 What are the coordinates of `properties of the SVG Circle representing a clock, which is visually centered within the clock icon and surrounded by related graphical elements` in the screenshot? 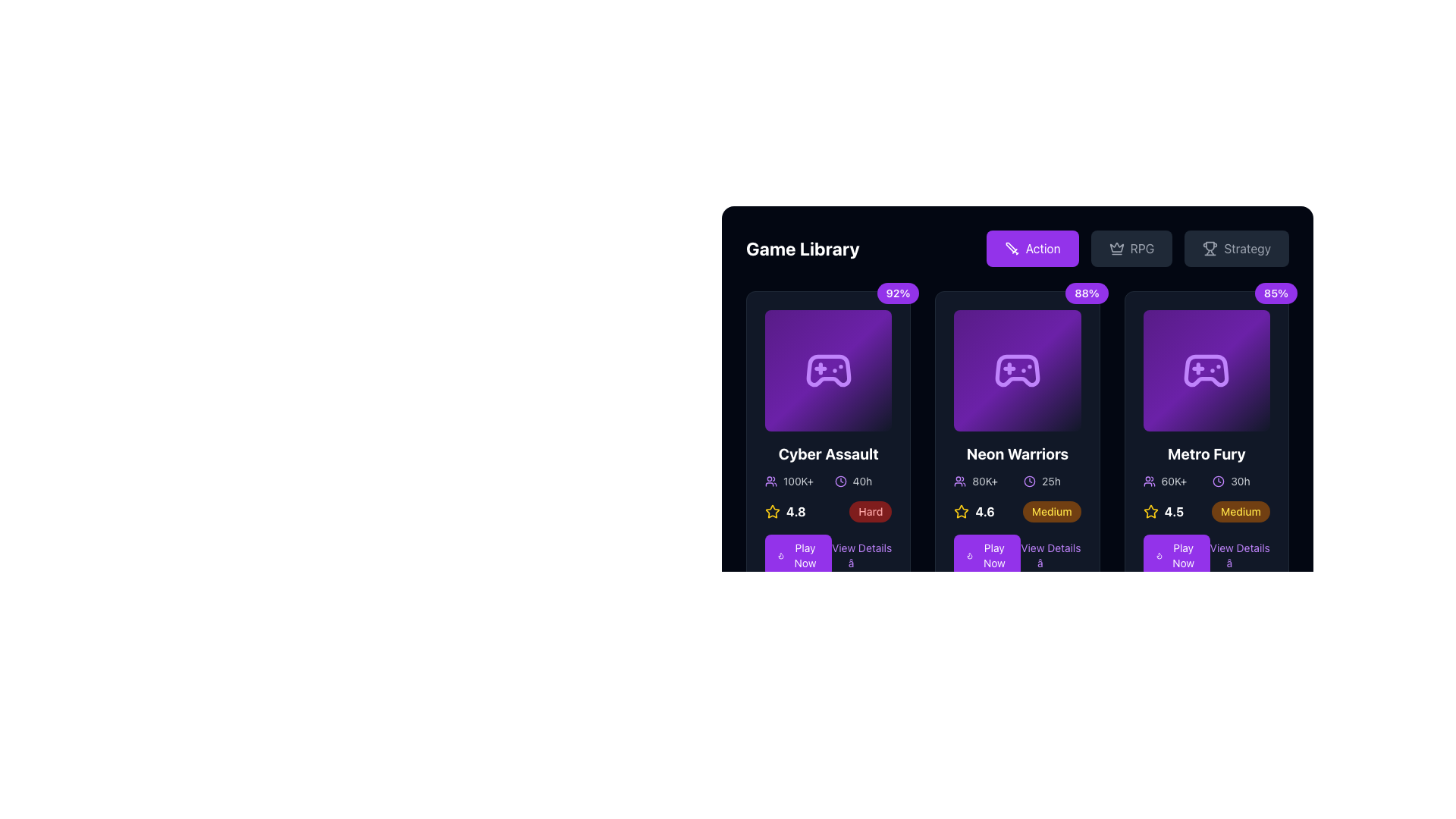 It's located at (1219, 482).